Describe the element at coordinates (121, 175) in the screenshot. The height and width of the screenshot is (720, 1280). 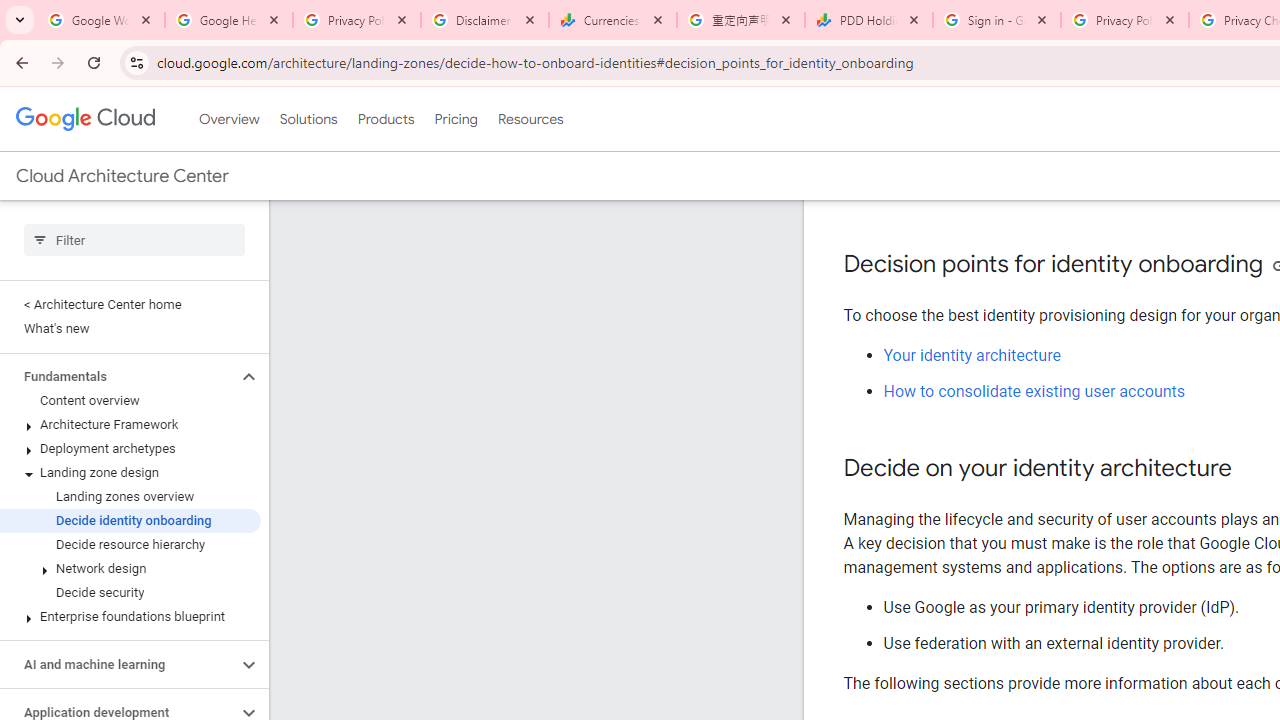
I see `'Cloud Architecture Center'` at that location.